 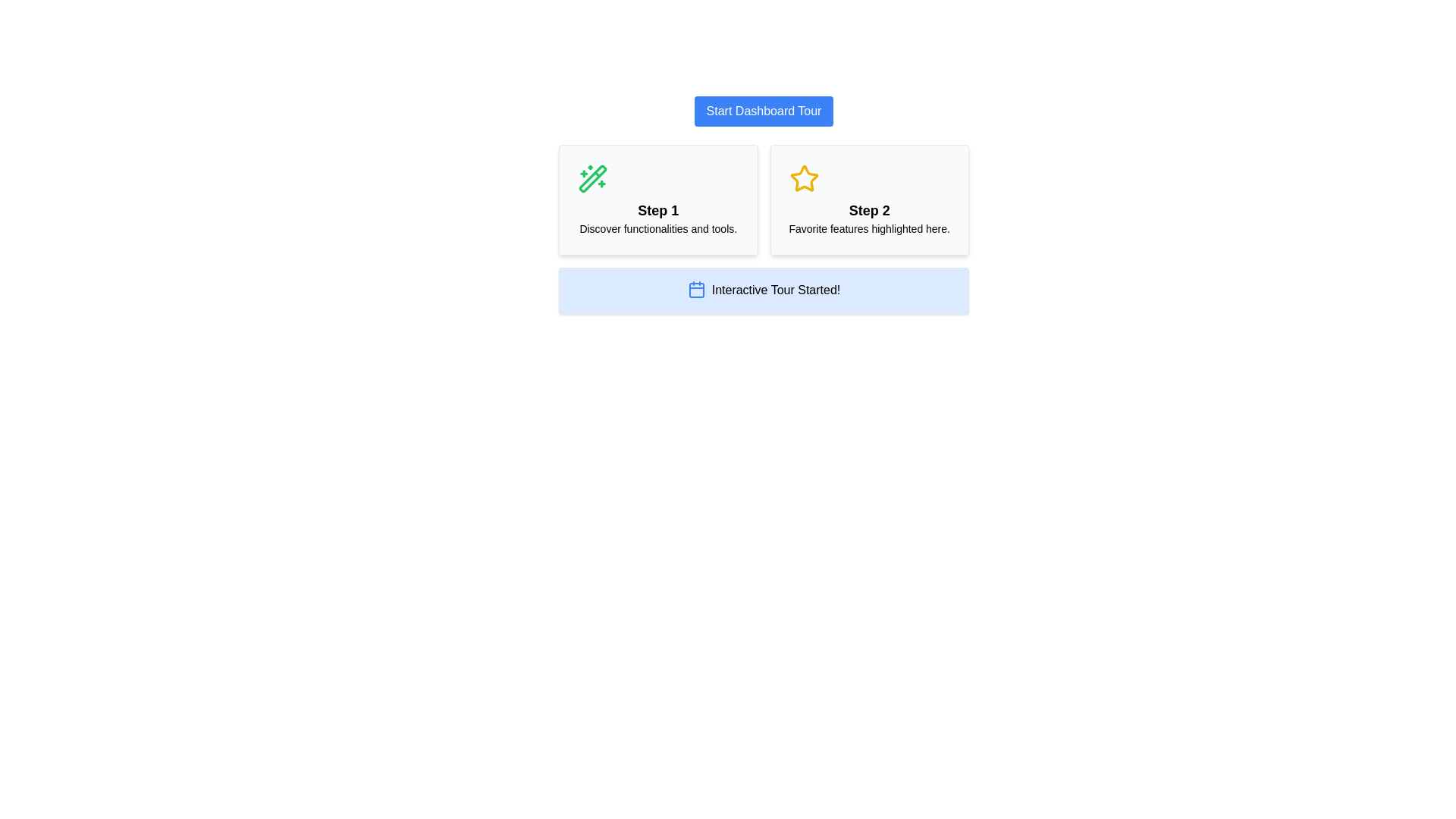 What do you see at coordinates (869, 199) in the screenshot?
I see `text from the second card in the grid layout, which contains 'Step 2' in bold and 'Favorite features highlighted here.' in a smaller font` at bounding box center [869, 199].